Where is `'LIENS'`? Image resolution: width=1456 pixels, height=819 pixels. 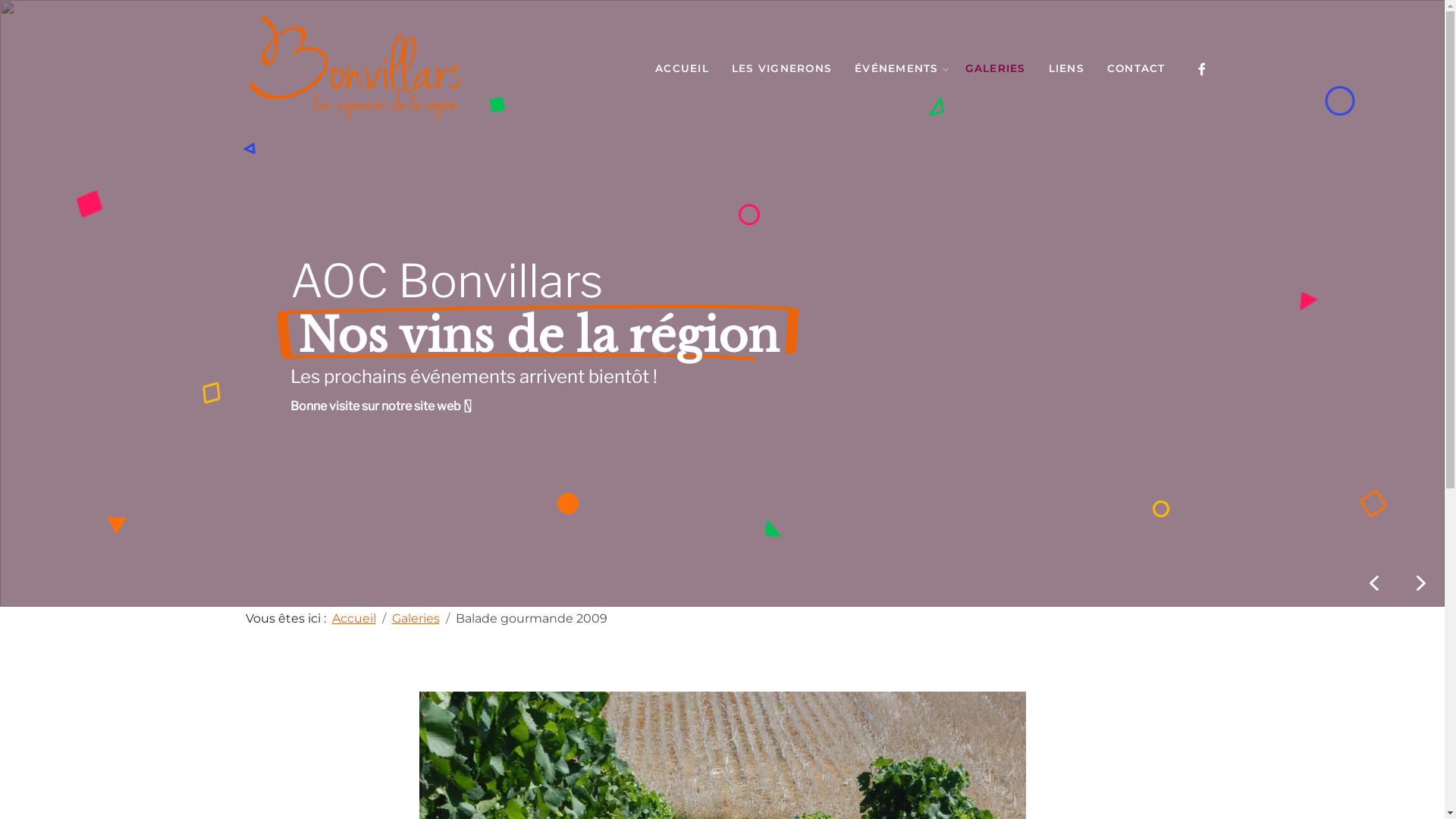 'LIENS' is located at coordinates (1065, 67).